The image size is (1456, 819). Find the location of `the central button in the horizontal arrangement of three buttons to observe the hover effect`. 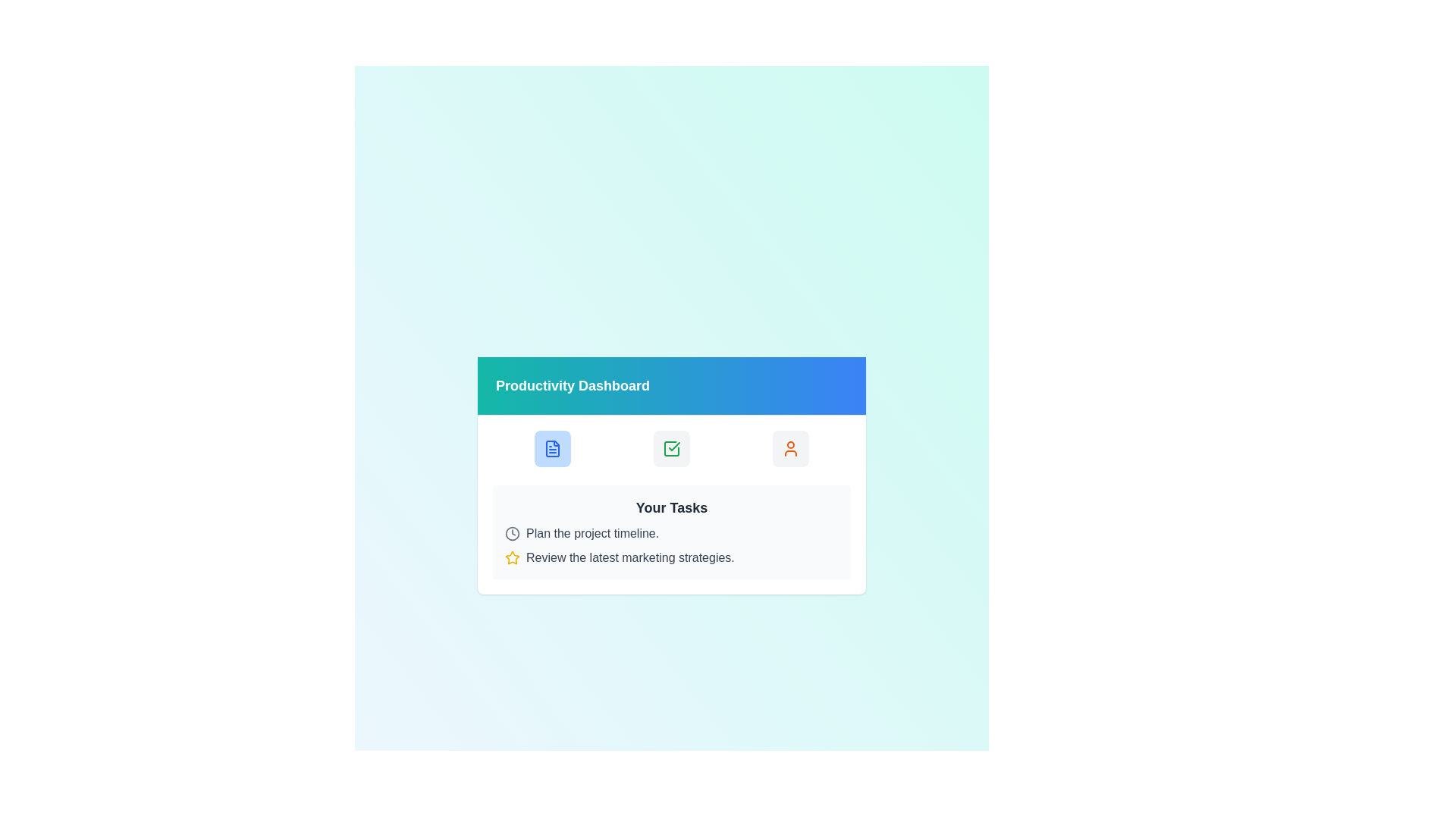

the central button in the horizontal arrangement of three buttons to observe the hover effect is located at coordinates (670, 447).